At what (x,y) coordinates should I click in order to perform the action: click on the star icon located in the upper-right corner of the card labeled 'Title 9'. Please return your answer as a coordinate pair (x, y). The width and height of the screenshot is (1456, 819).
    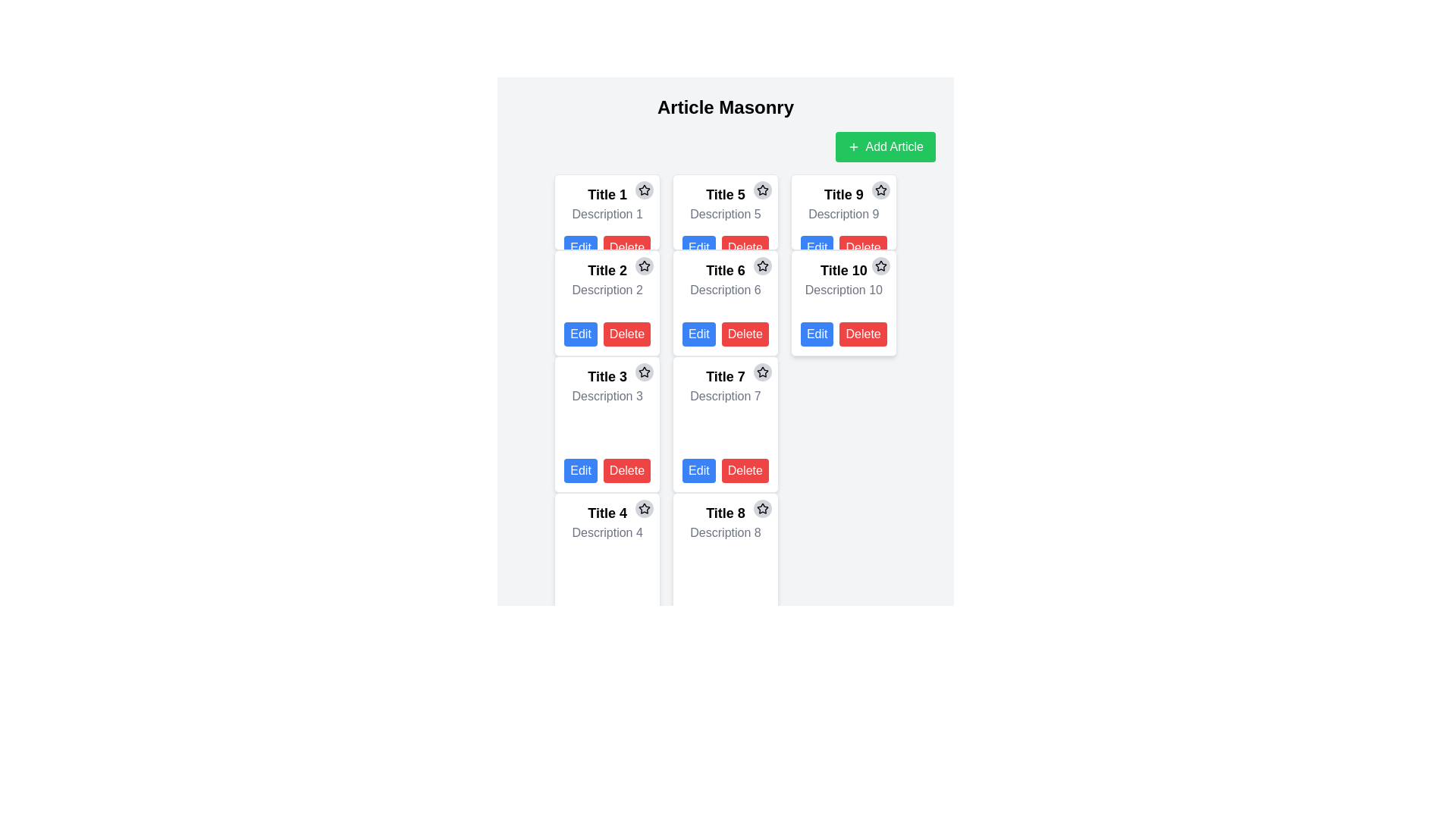
    Looking at the image, I should click on (843, 212).